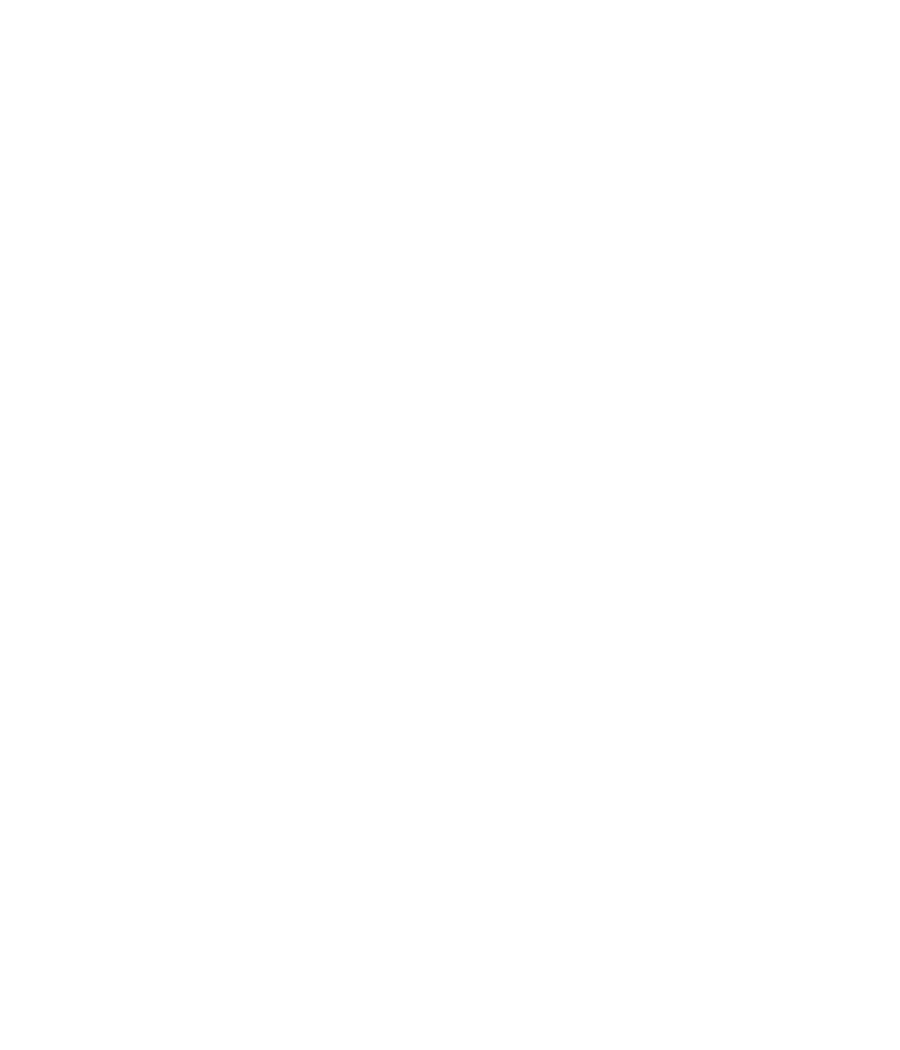 The image size is (900, 1050). Describe the element at coordinates (365, 849) in the screenshot. I see `'Terms of Use'` at that location.